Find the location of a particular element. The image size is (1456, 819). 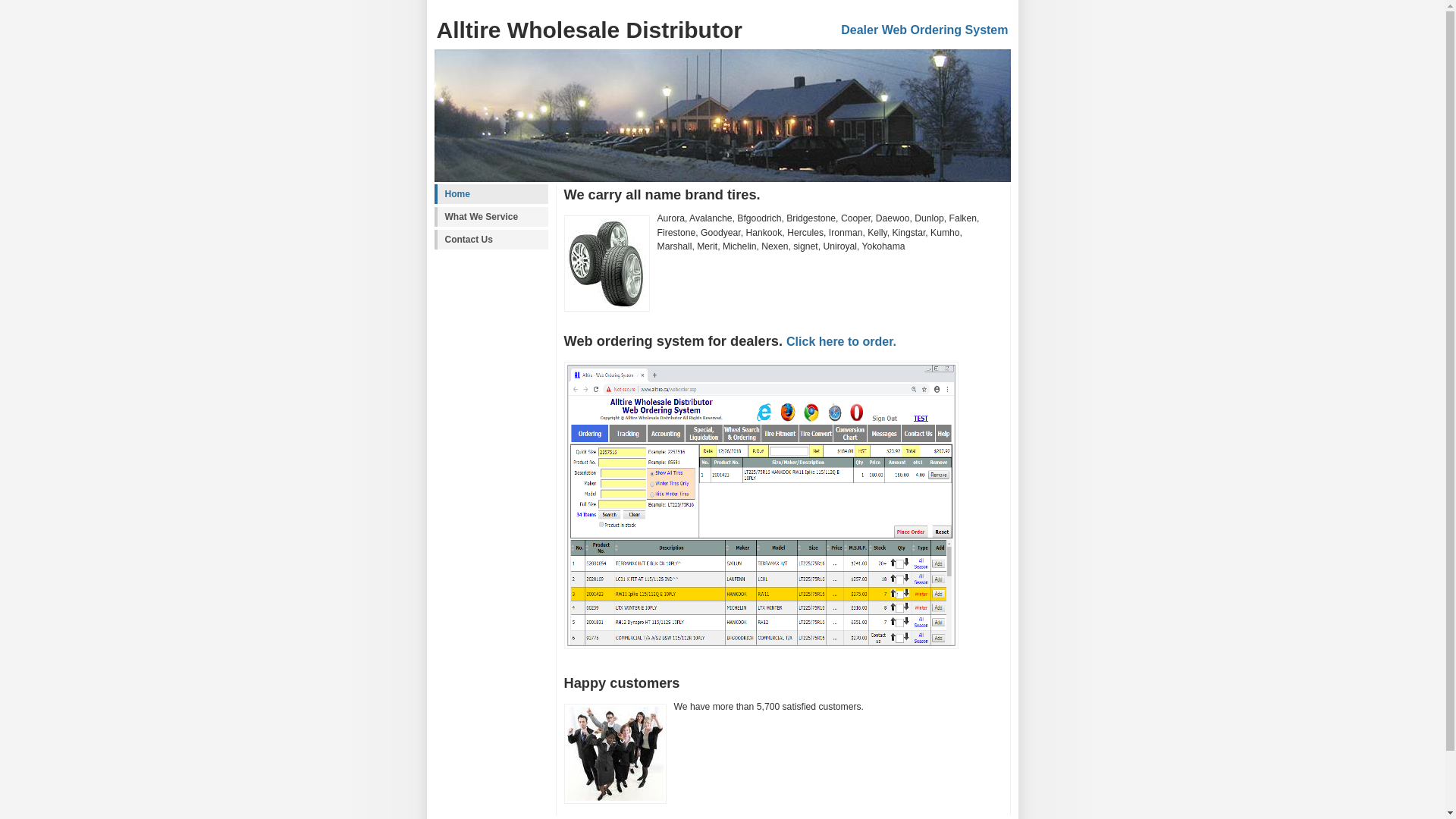

'Contact Us' is located at coordinates (491, 239).